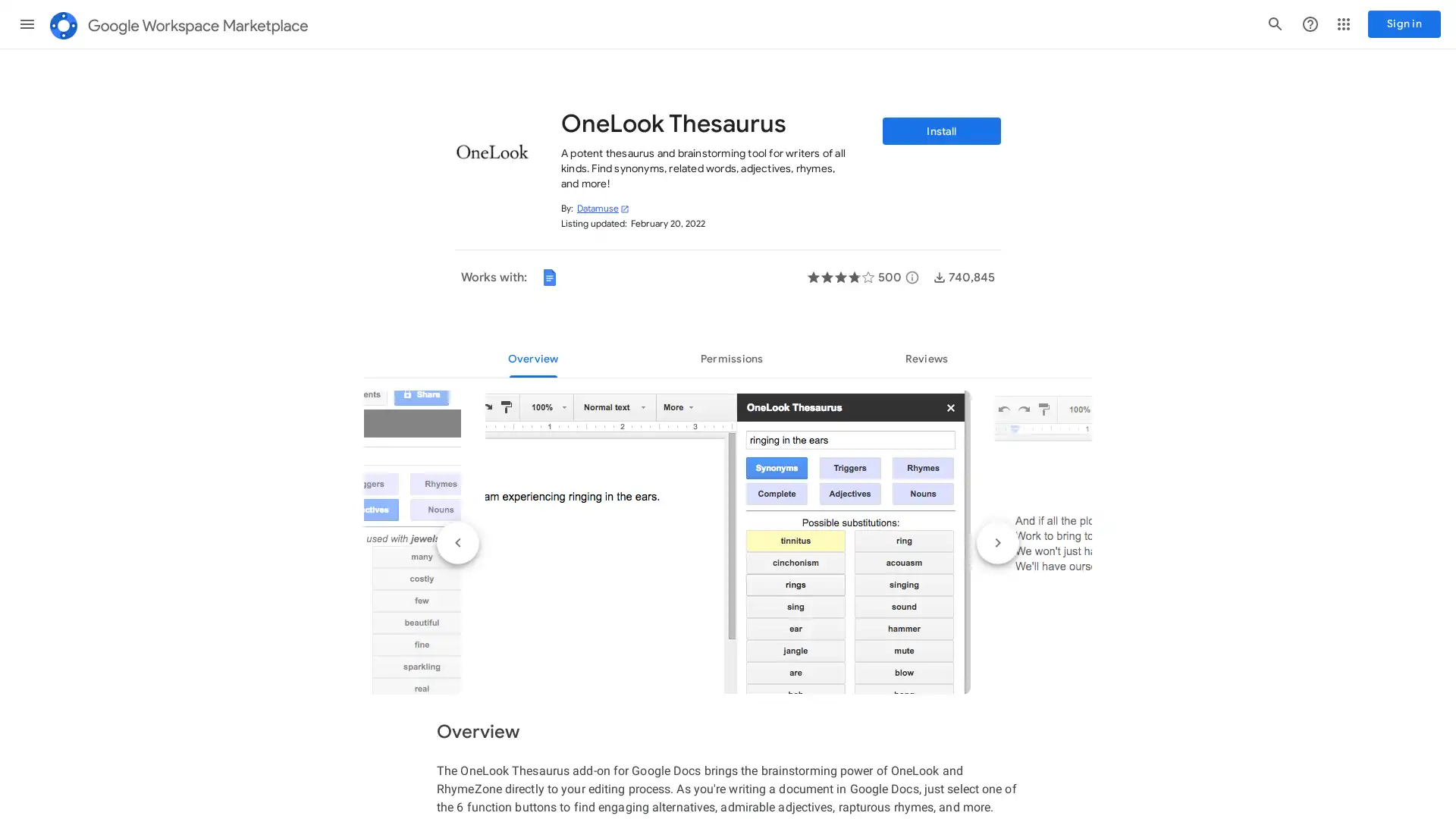  What do you see at coordinates (14, 146) in the screenshot?
I see `Editor's choice` at bounding box center [14, 146].